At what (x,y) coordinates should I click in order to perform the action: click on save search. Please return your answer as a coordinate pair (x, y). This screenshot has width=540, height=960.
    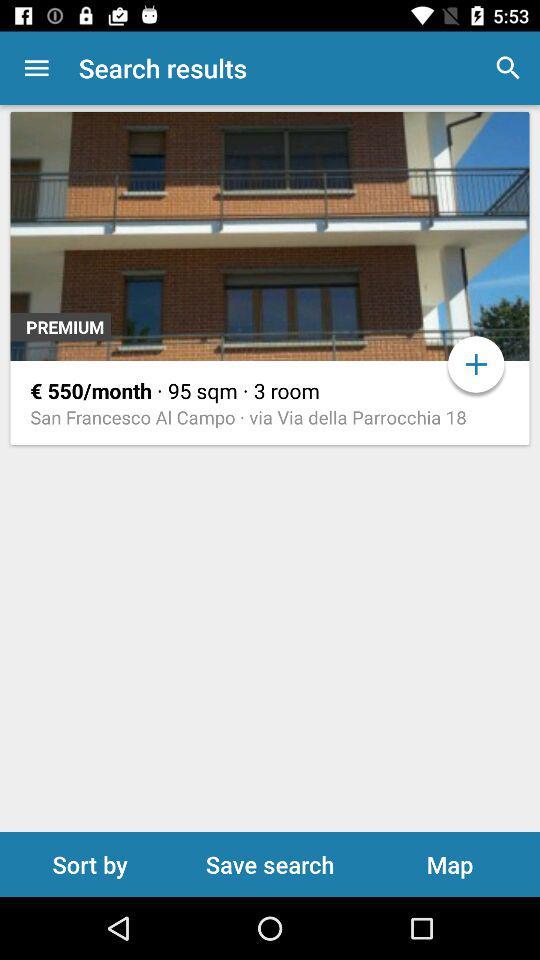
    Looking at the image, I should click on (270, 863).